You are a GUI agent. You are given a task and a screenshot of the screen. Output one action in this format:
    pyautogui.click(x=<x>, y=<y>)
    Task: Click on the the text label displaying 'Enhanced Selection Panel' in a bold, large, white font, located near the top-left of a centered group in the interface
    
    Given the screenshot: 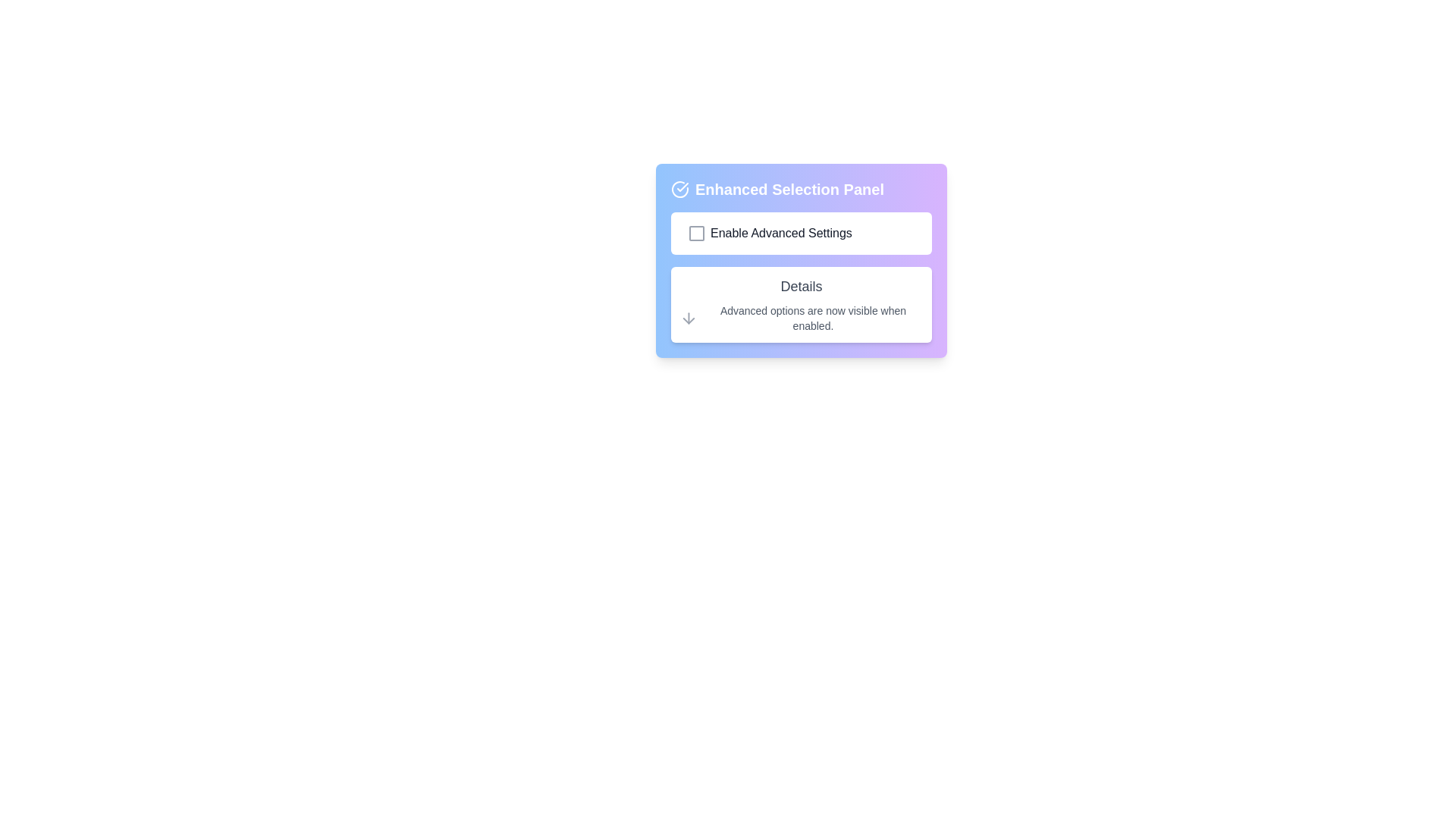 What is the action you would take?
    pyautogui.click(x=789, y=189)
    